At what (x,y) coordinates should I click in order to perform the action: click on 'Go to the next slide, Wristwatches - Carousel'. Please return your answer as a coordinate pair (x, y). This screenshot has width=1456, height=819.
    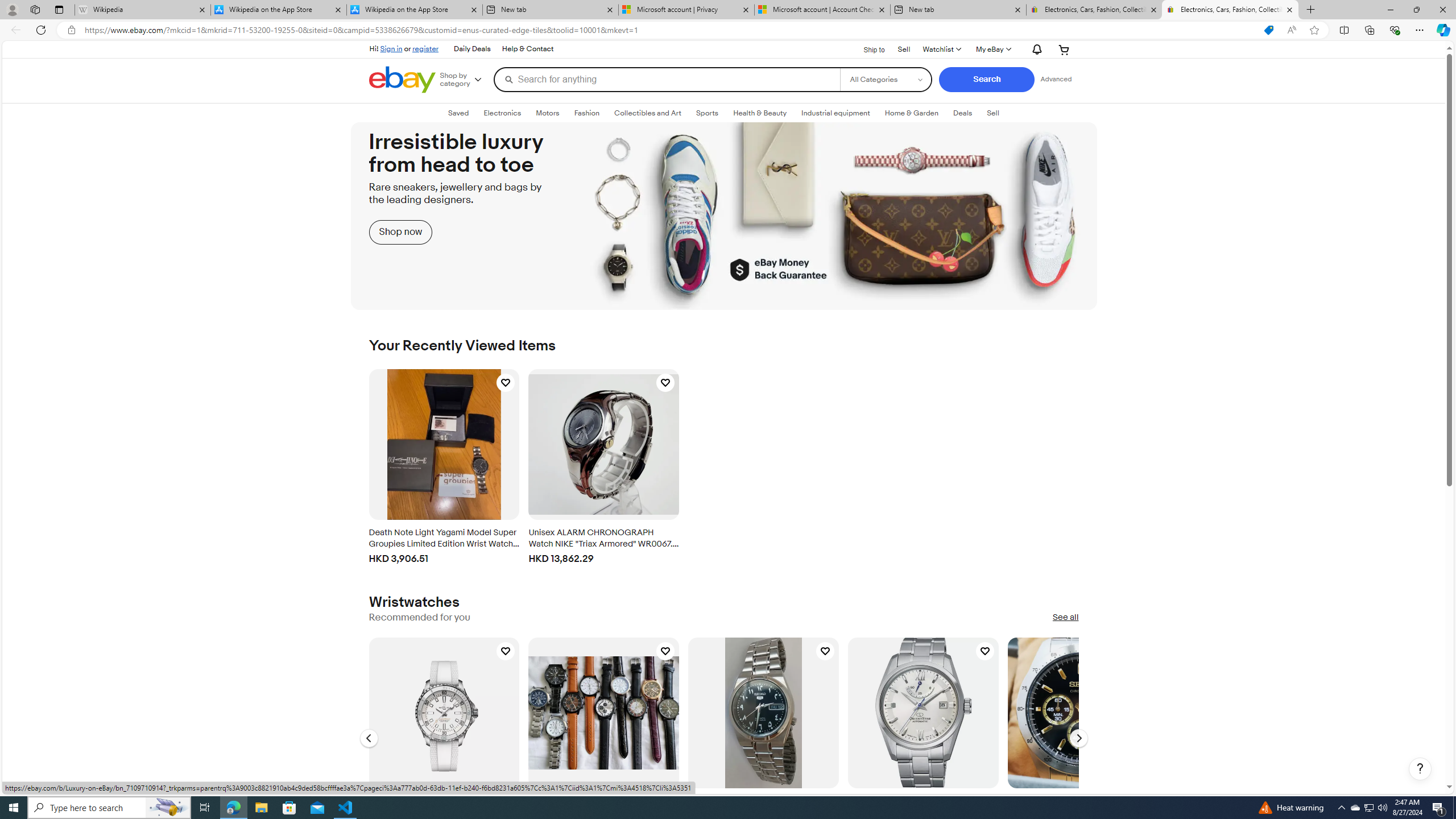
    Looking at the image, I should click on (1078, 738).